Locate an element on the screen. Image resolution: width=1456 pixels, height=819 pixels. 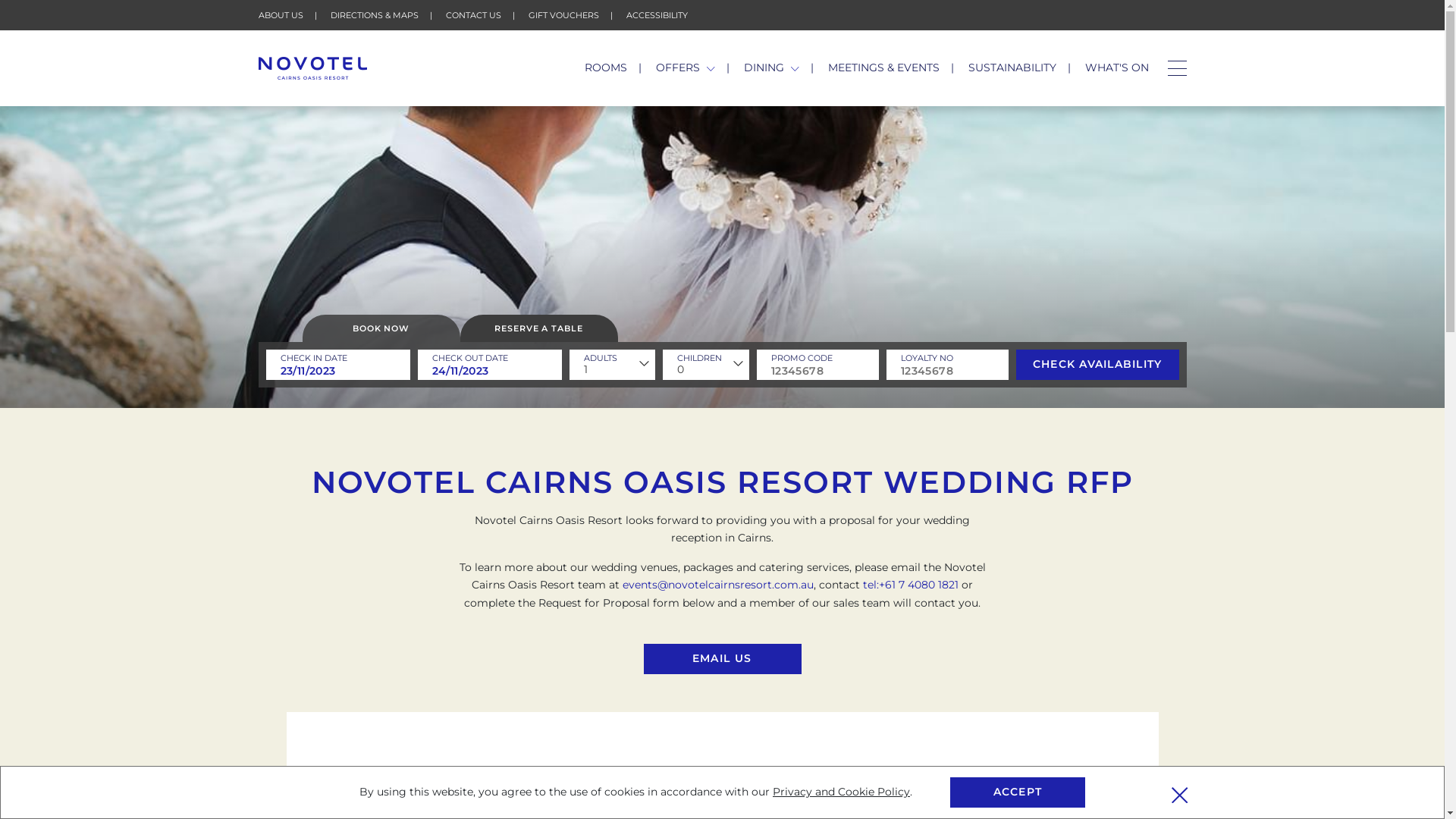
'CONTACT US' is located at coordinates (472, 14).